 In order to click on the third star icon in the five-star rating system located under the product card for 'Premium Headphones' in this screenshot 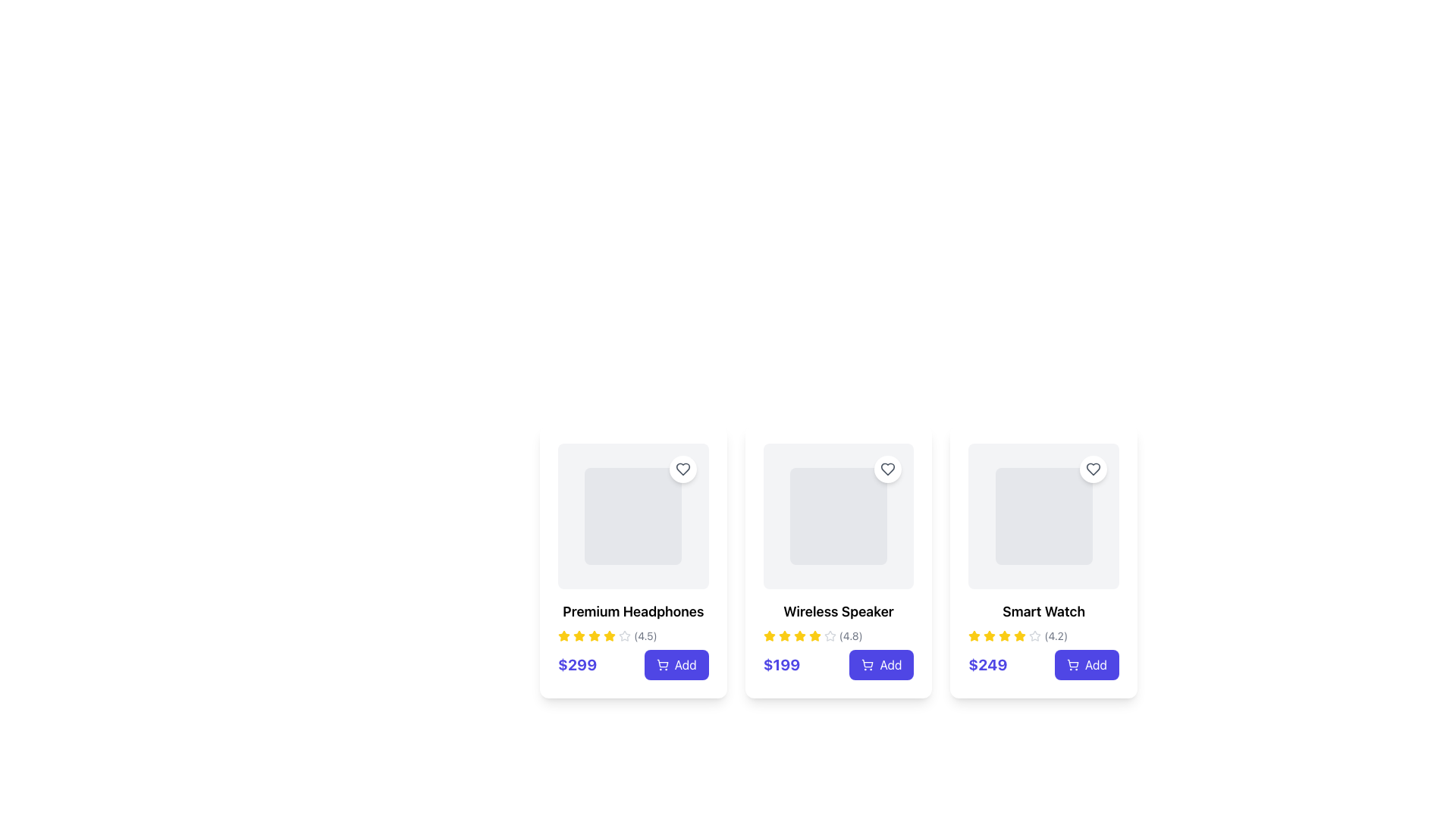, I will do `click(610, 635)`.